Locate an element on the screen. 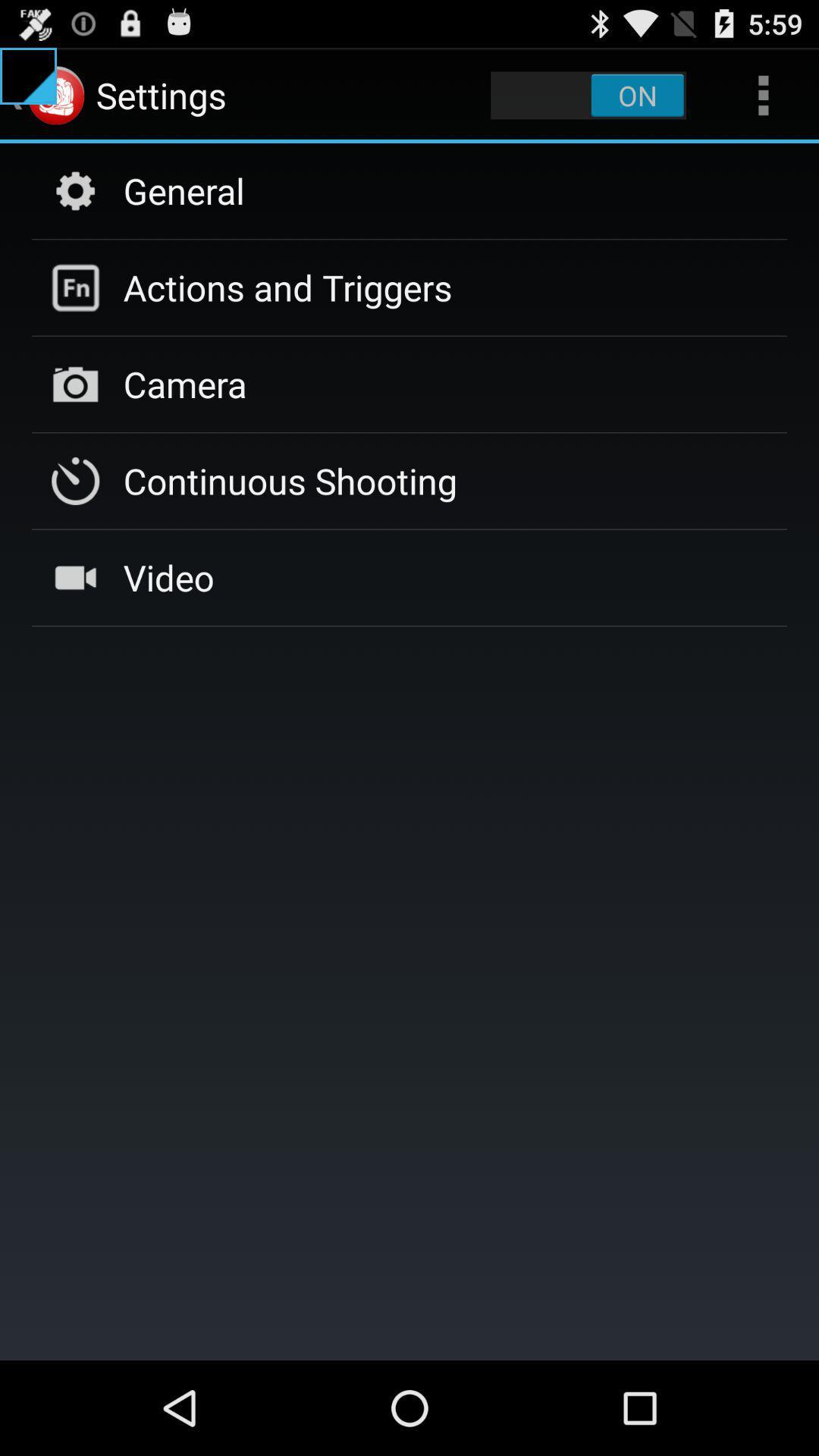 The image size is (819, 1456). icon above the camera item is located at coordinates (287, 287).